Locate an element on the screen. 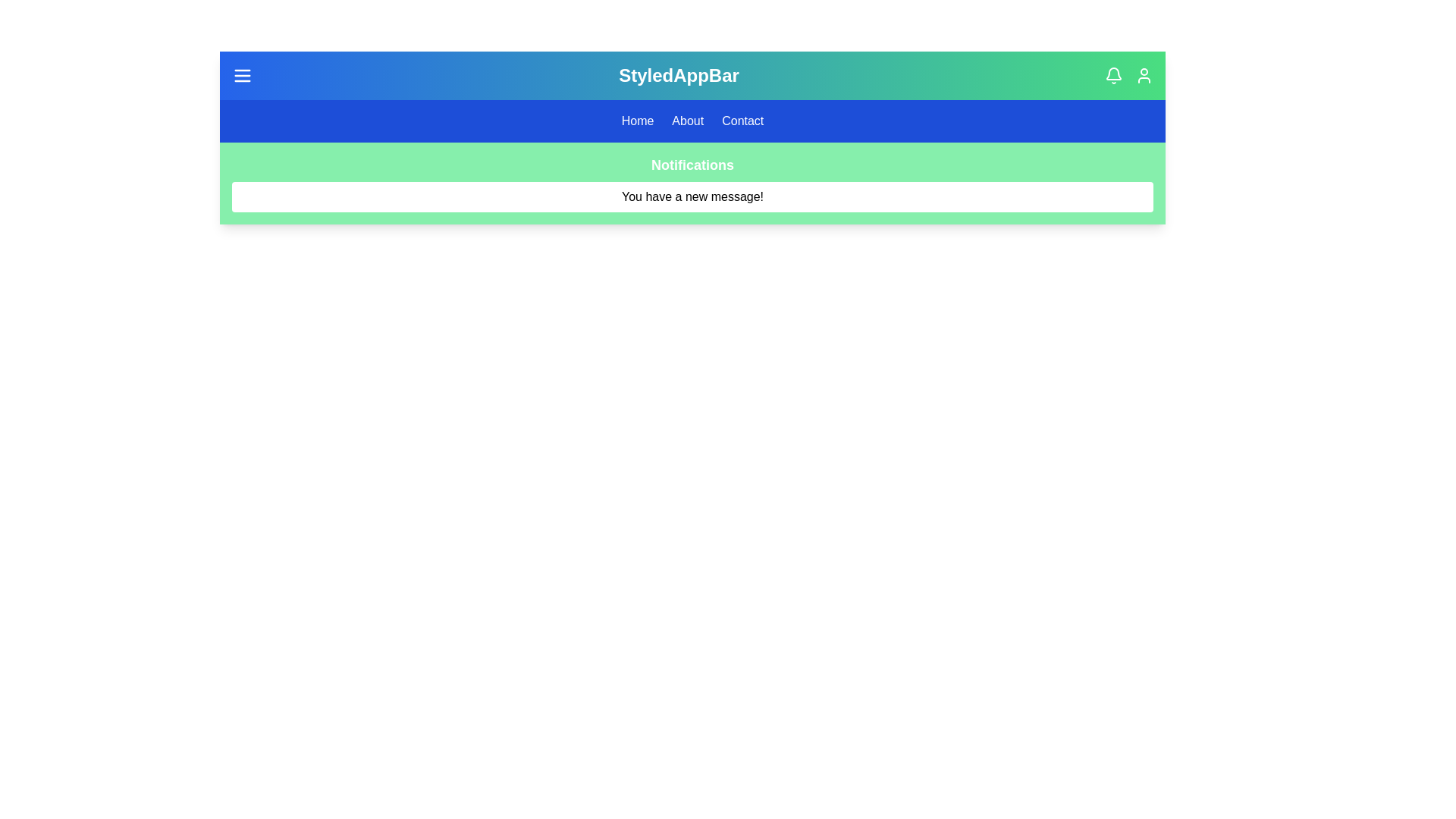 Image resolution: width=1456 pixels, height=819 pixels. the navigation button located at the top-left corner of the application bar is located at coordinates (243, 76).